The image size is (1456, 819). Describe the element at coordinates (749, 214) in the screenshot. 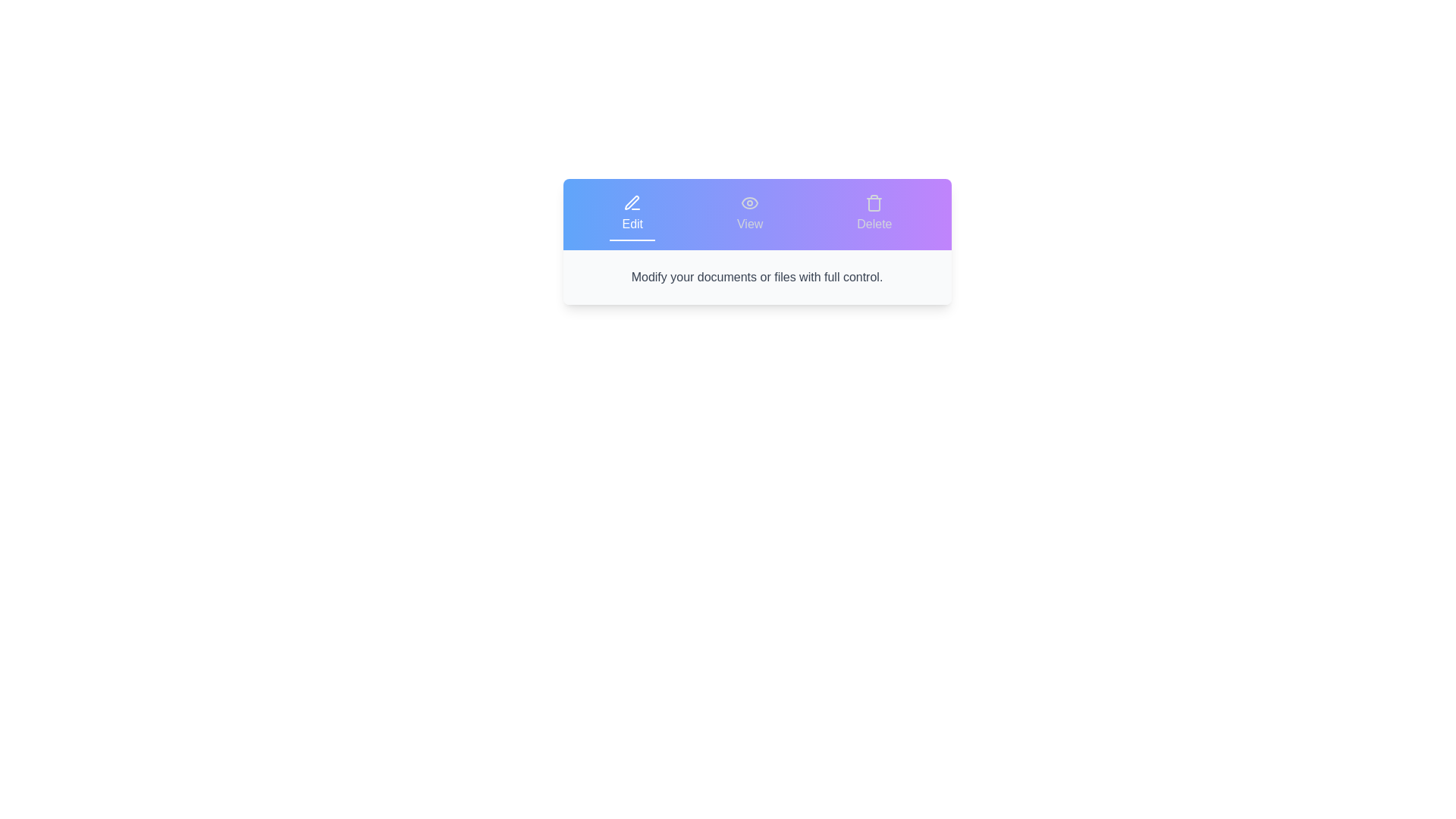

I see `the tab labeled View to view its content` at that location.